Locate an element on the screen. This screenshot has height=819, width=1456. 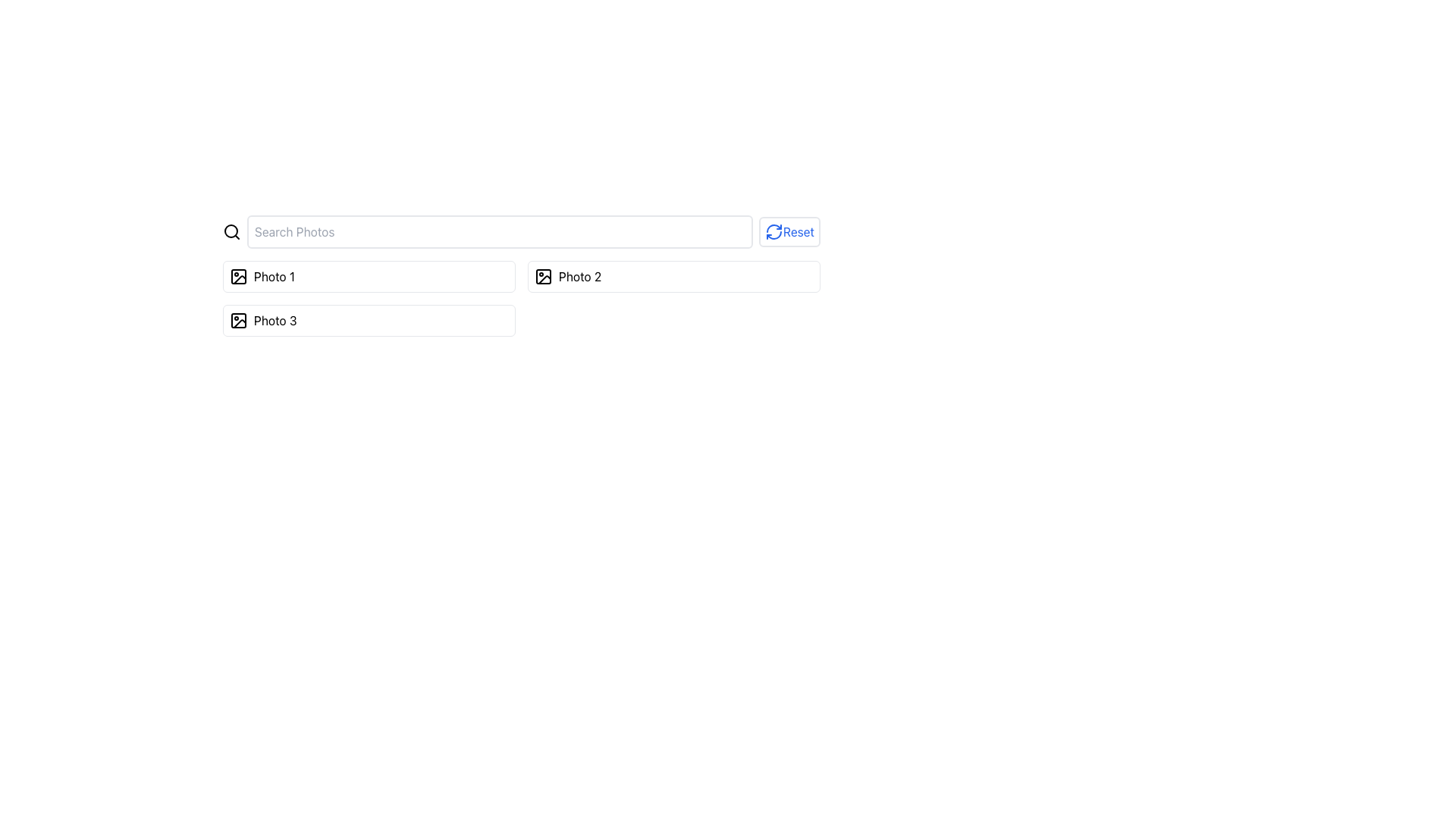
the small SVG icon depicting a picture frame at the start of the row labeled 'Photo 3' is located at coordinates (238, 320).